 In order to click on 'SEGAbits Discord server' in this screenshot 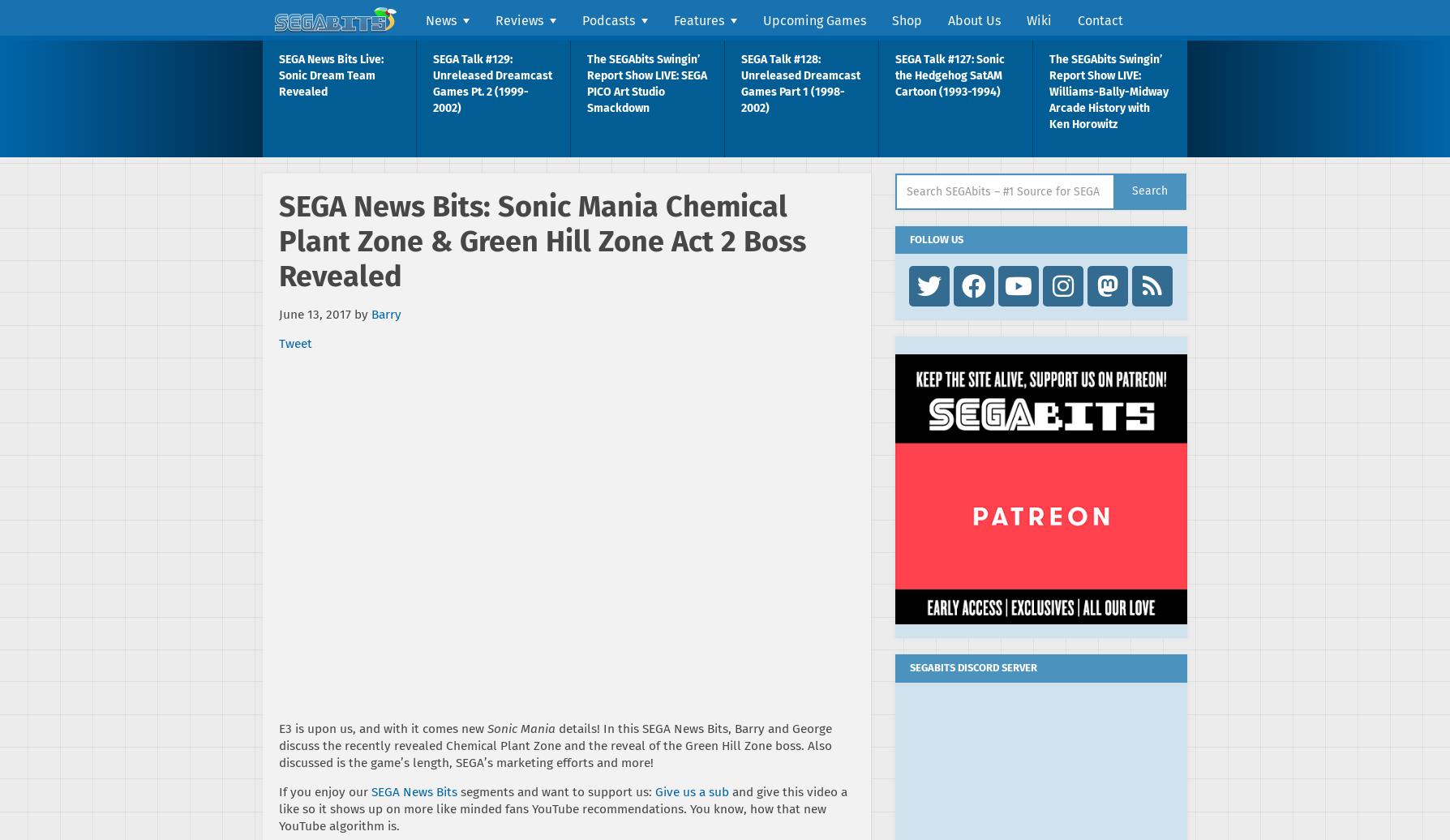, I will do `click(972, 667)`.